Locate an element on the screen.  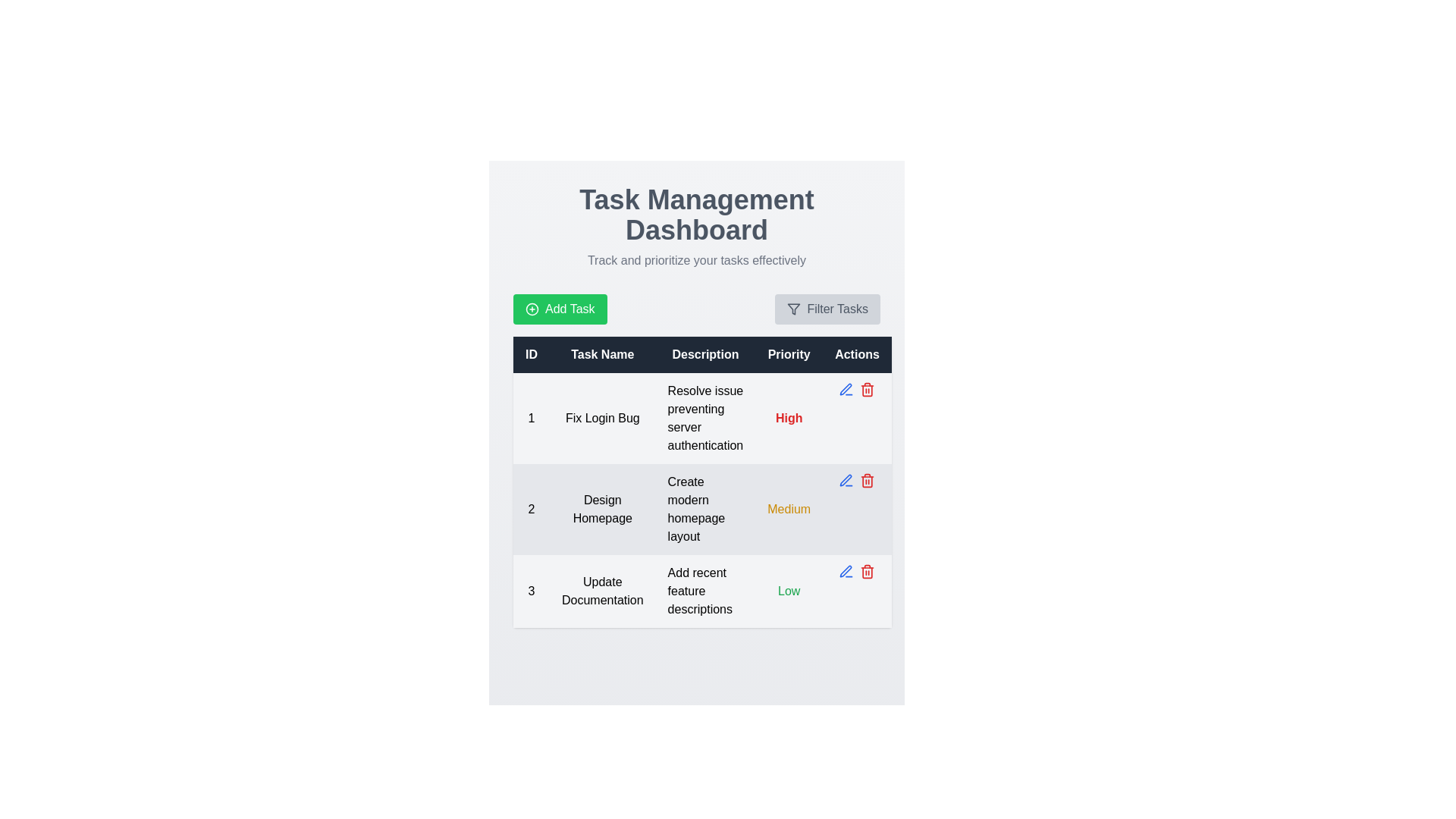
the appearance of the circular icon with a plus symbol inside it, which is styled with a green background and located to the left of the 'Add Task' text in the 'Task Management Dashboard' interface is located at coordinates (532, 309).